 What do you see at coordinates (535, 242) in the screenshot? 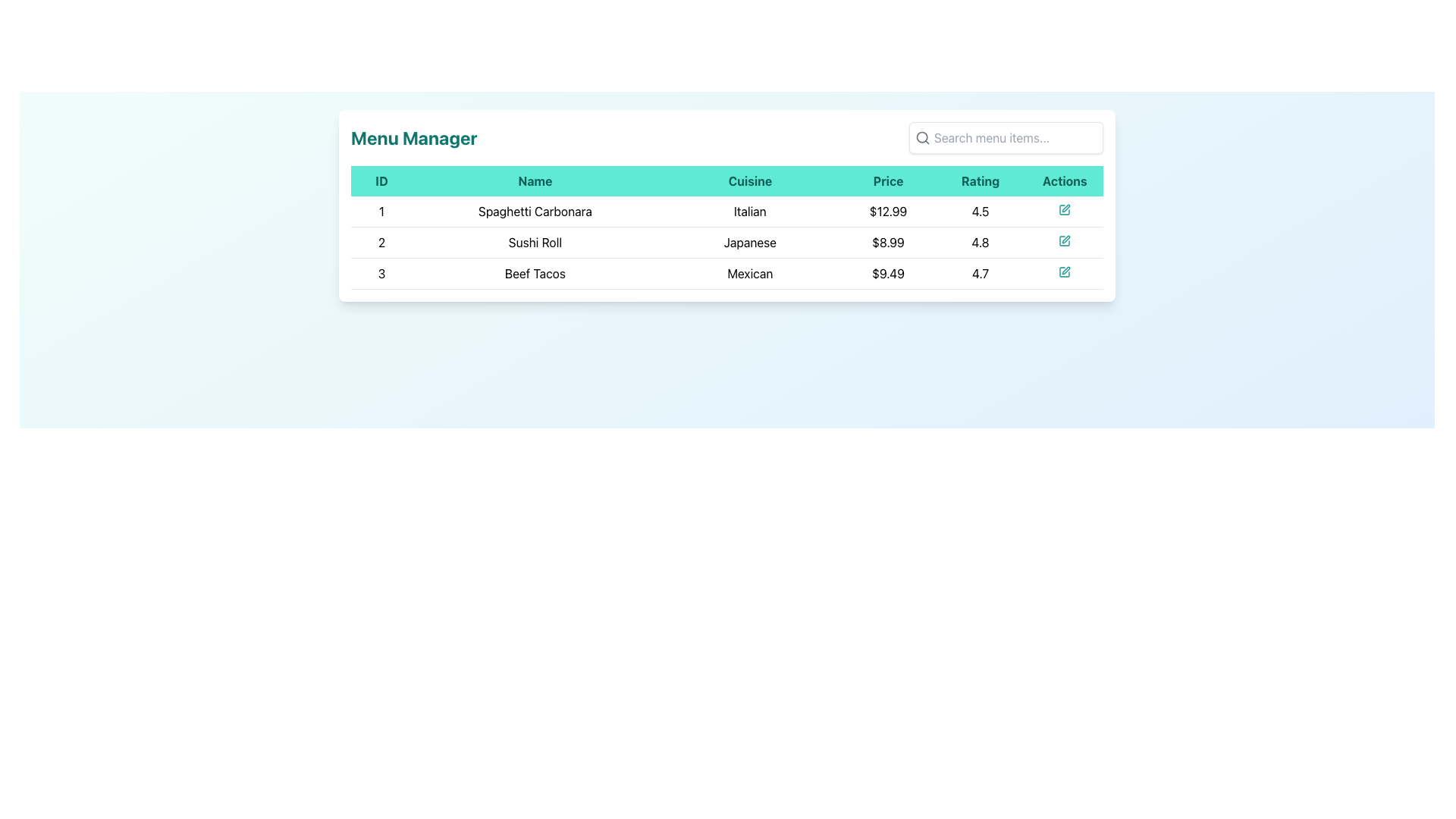
I see `the text label displaying the menu item 'Sushi Roll', which is located in the second column of the second row of the table, between '2' and 'Japanese'` at bounding box center [535, 242].